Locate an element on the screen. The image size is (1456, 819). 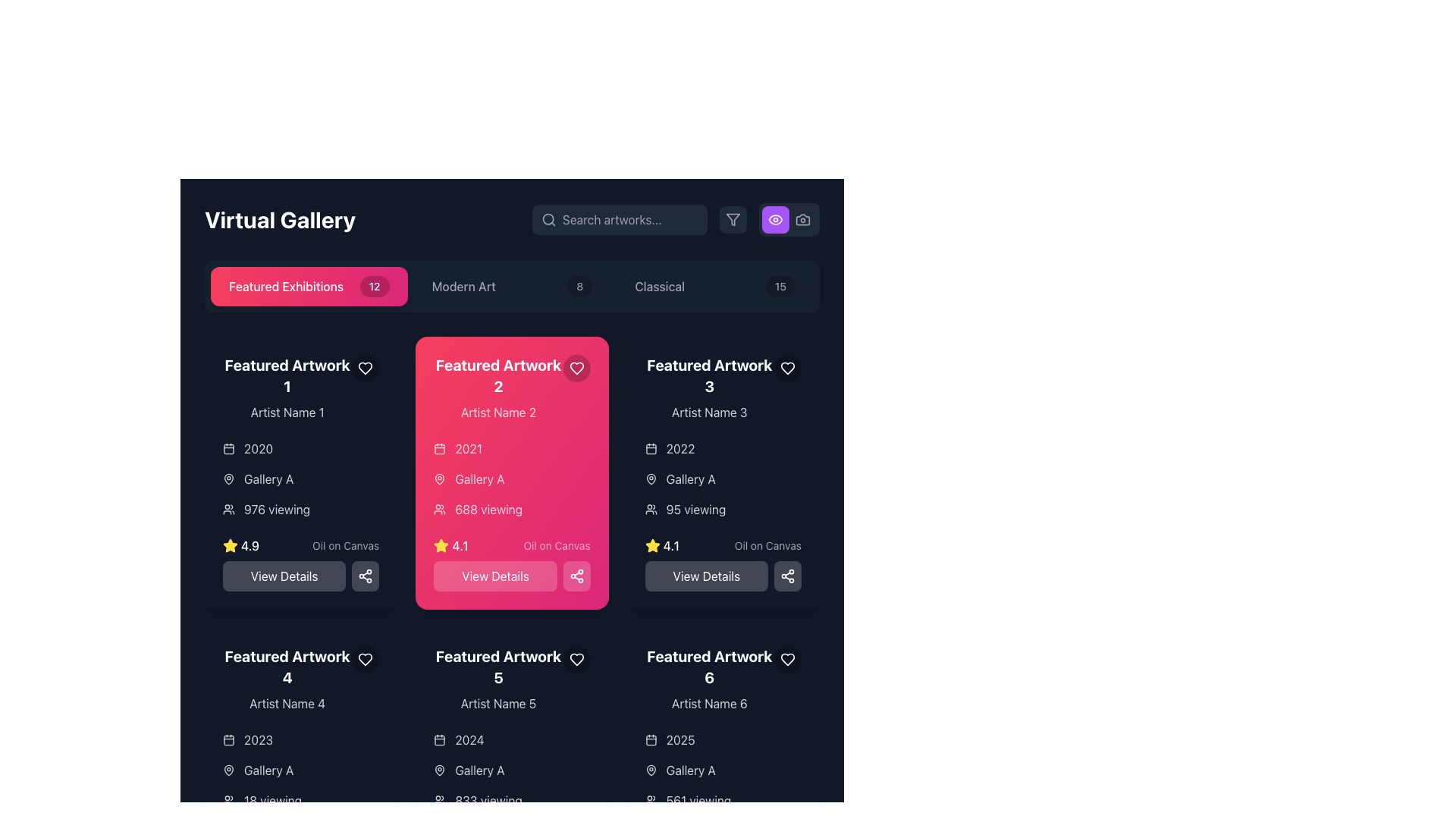
the heart icon button located in the top-right corner of the 'Featured Artwork 2' card to mark the associated artwork as a favorite is located at coordinates (366, 369).